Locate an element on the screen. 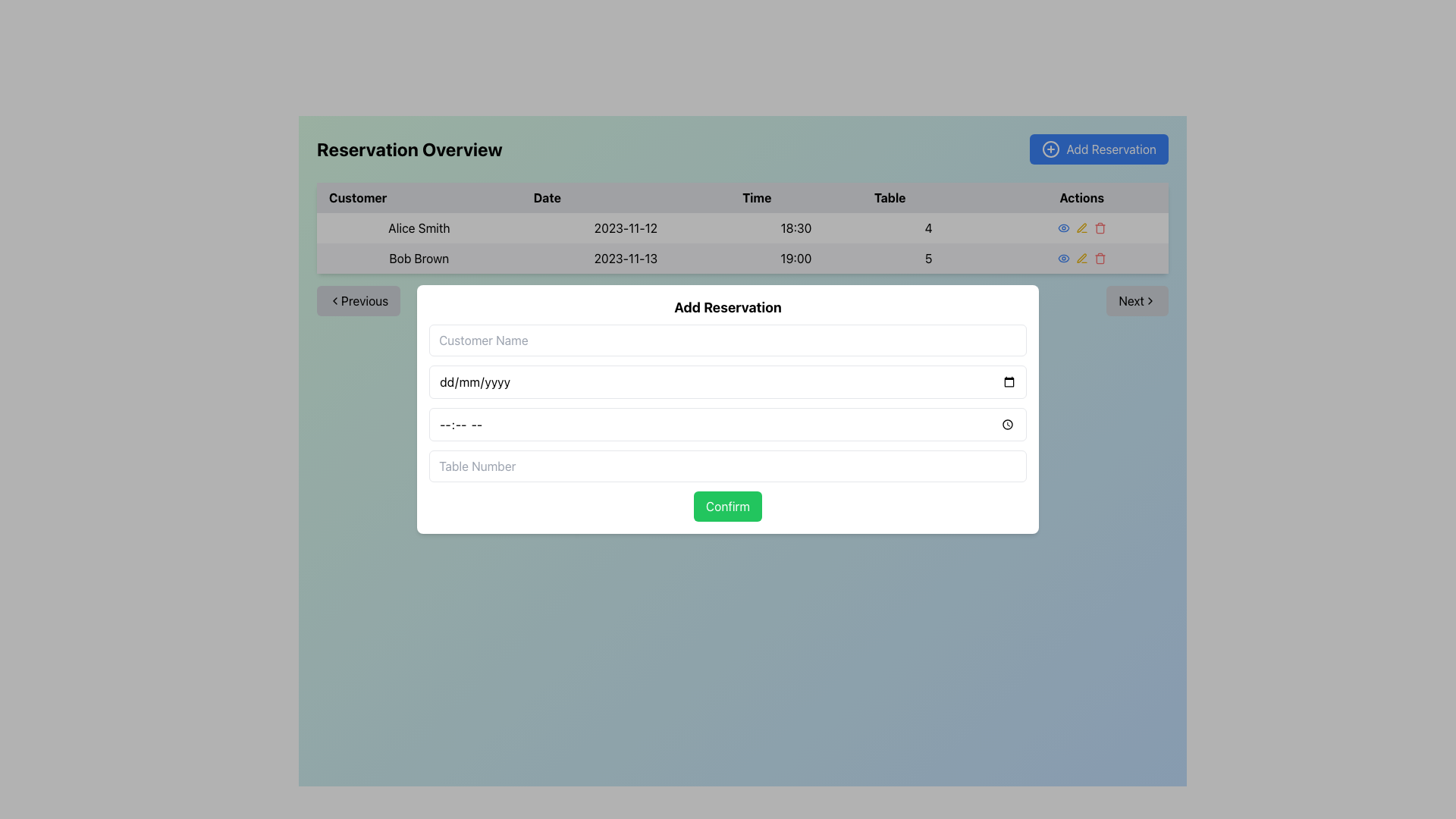  the text box displaying the number '5', which is located in the fourth column of the second row in the reservation table is located at coordinates (927, 257).